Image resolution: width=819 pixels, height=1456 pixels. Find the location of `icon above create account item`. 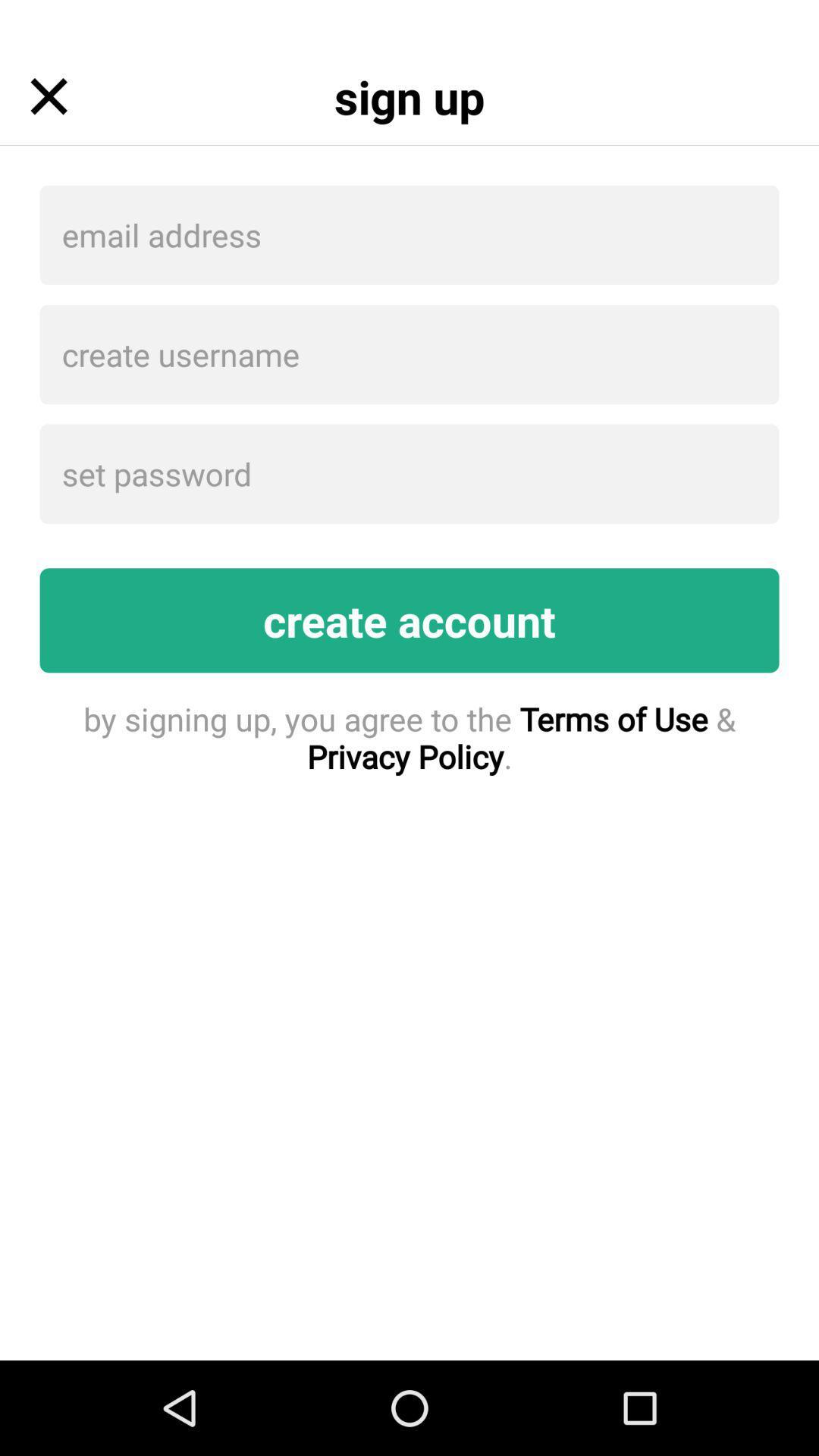

icon above create account item is located at coordinates (409, 473).